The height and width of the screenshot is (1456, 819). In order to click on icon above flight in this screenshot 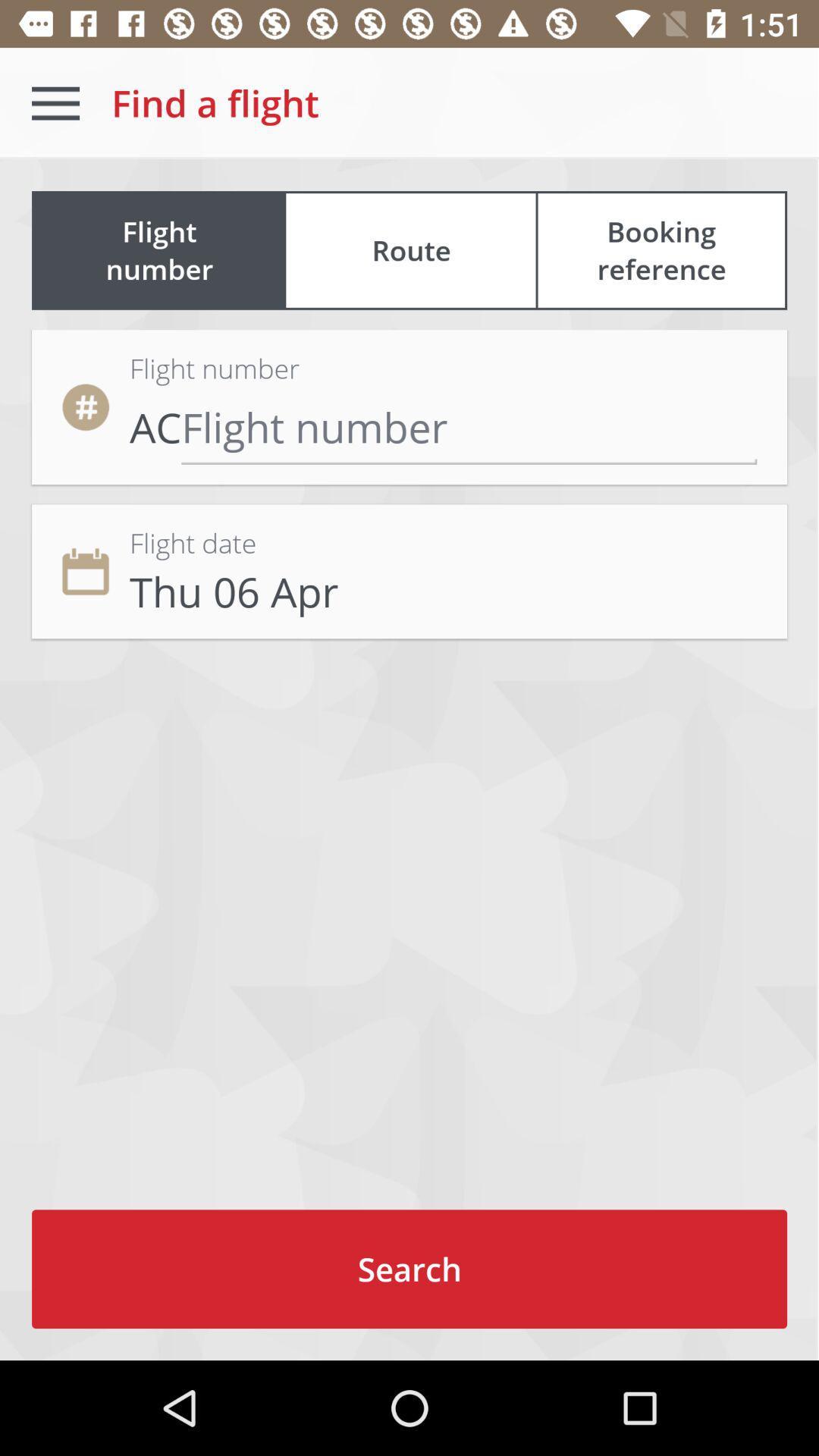, I will do `click(55, 102)`.